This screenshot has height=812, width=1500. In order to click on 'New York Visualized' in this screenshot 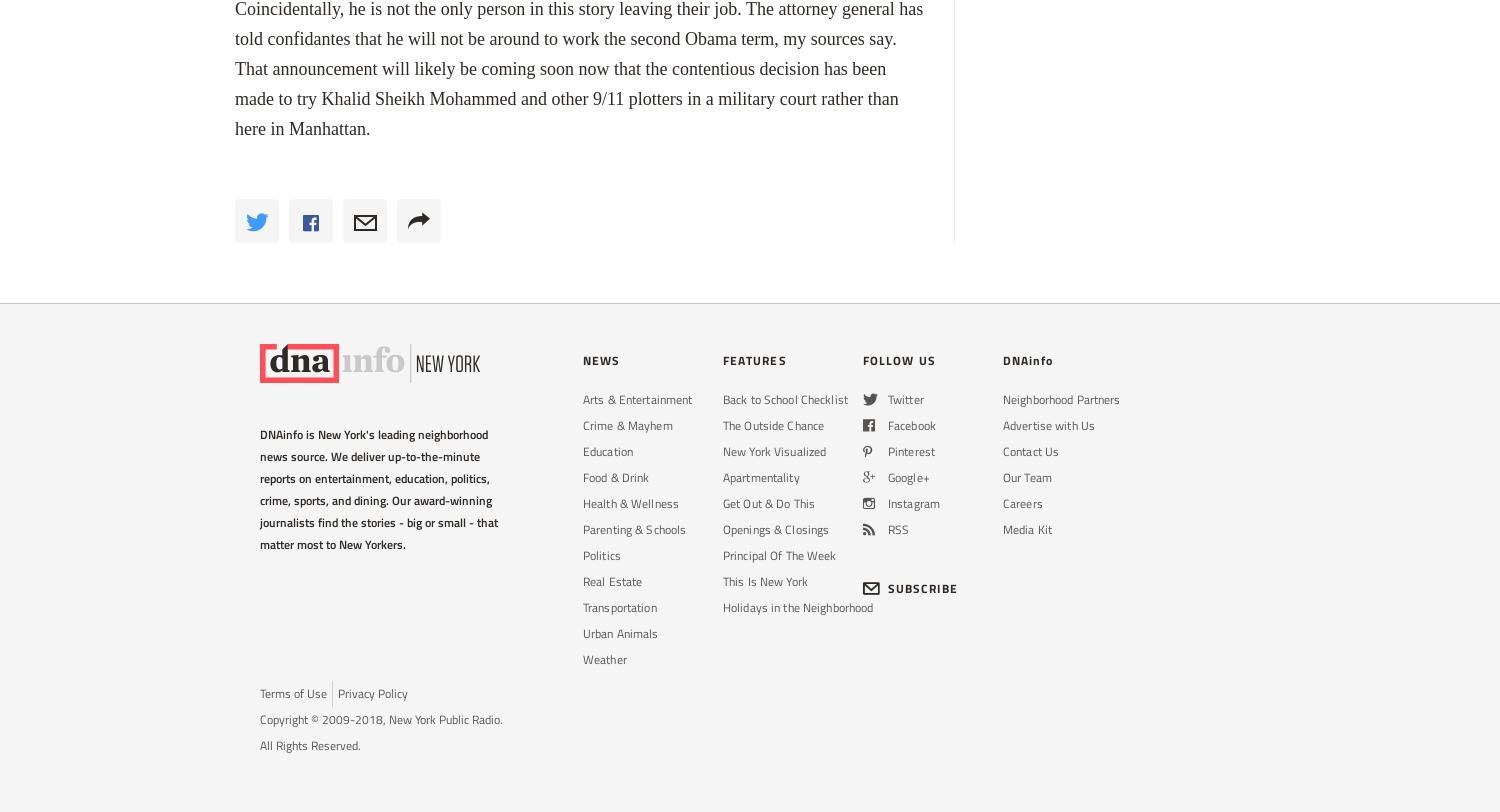, I will do `click(774, 450)`.